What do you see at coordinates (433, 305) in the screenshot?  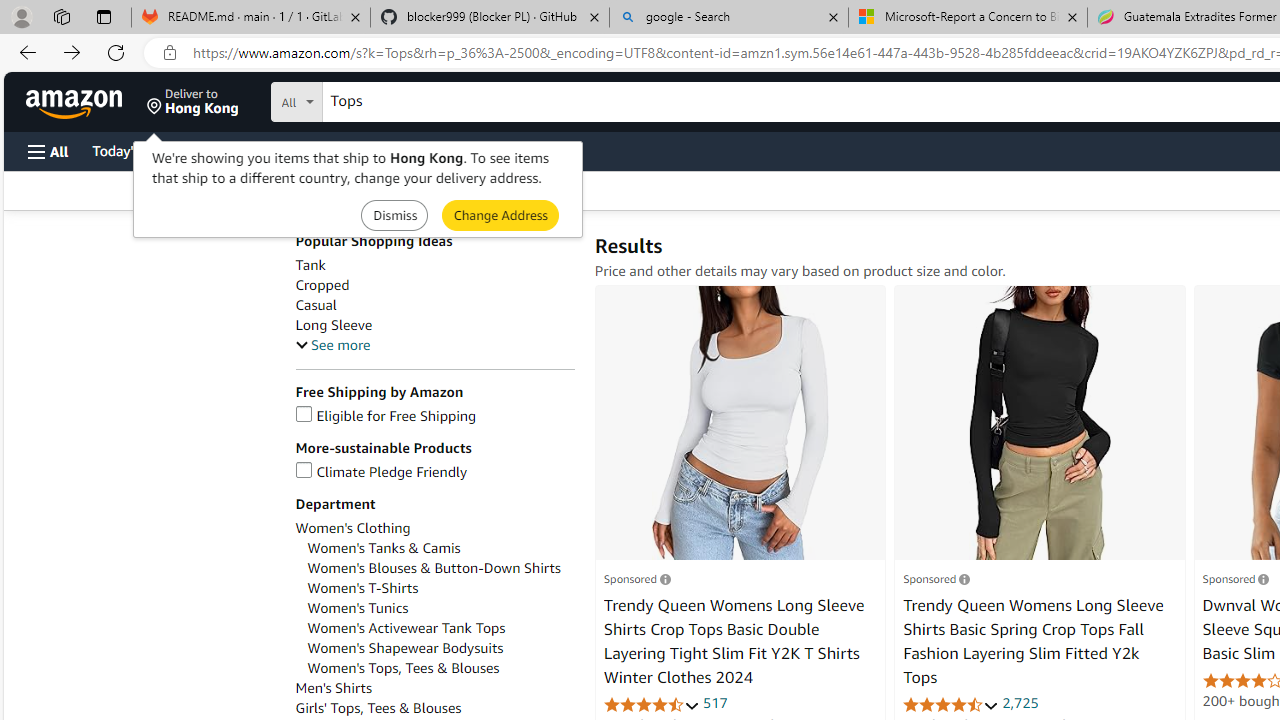 I see `'Casual'` at bounding box center [433, 305].